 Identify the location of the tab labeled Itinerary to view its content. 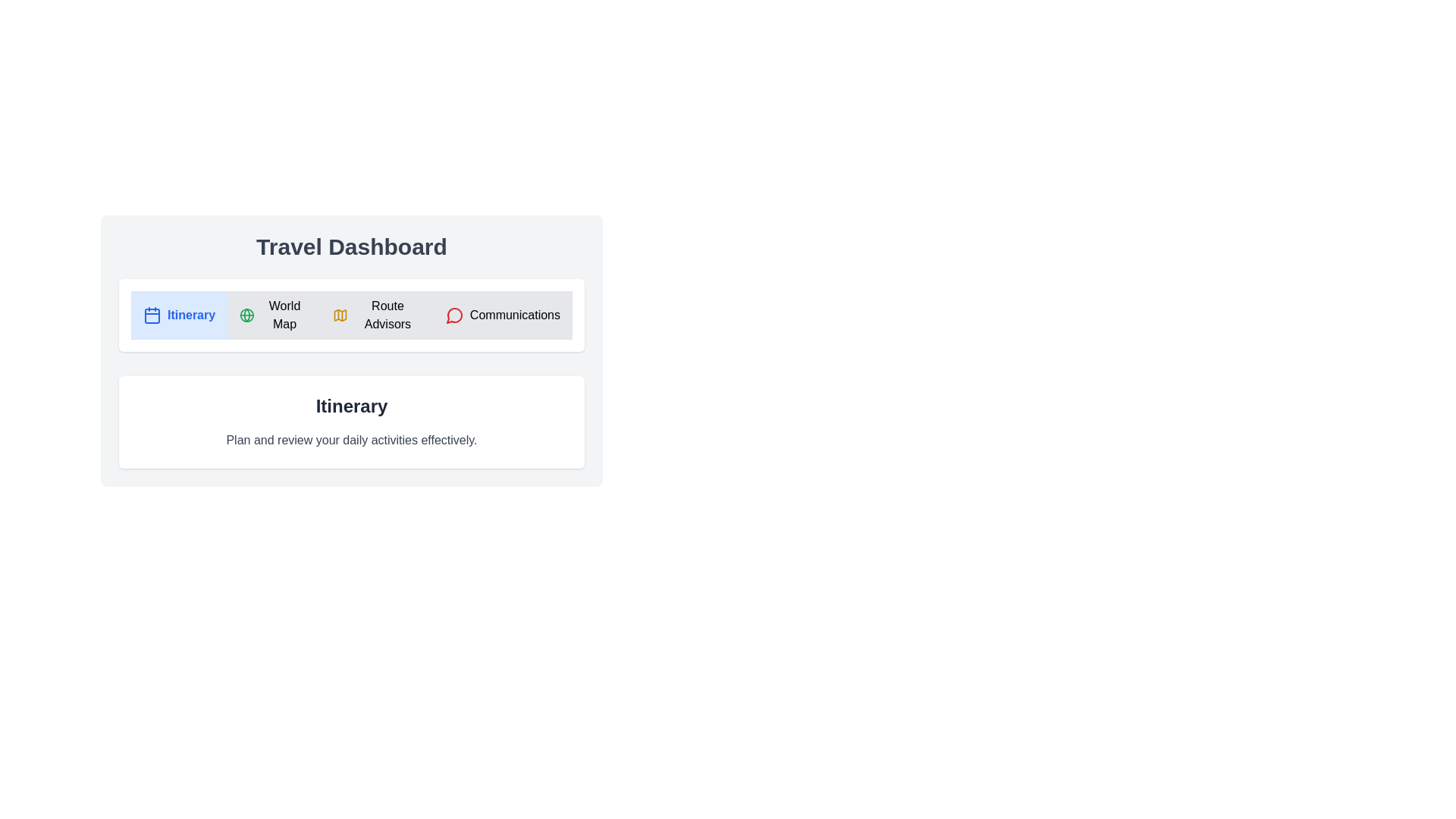
(179, 315).